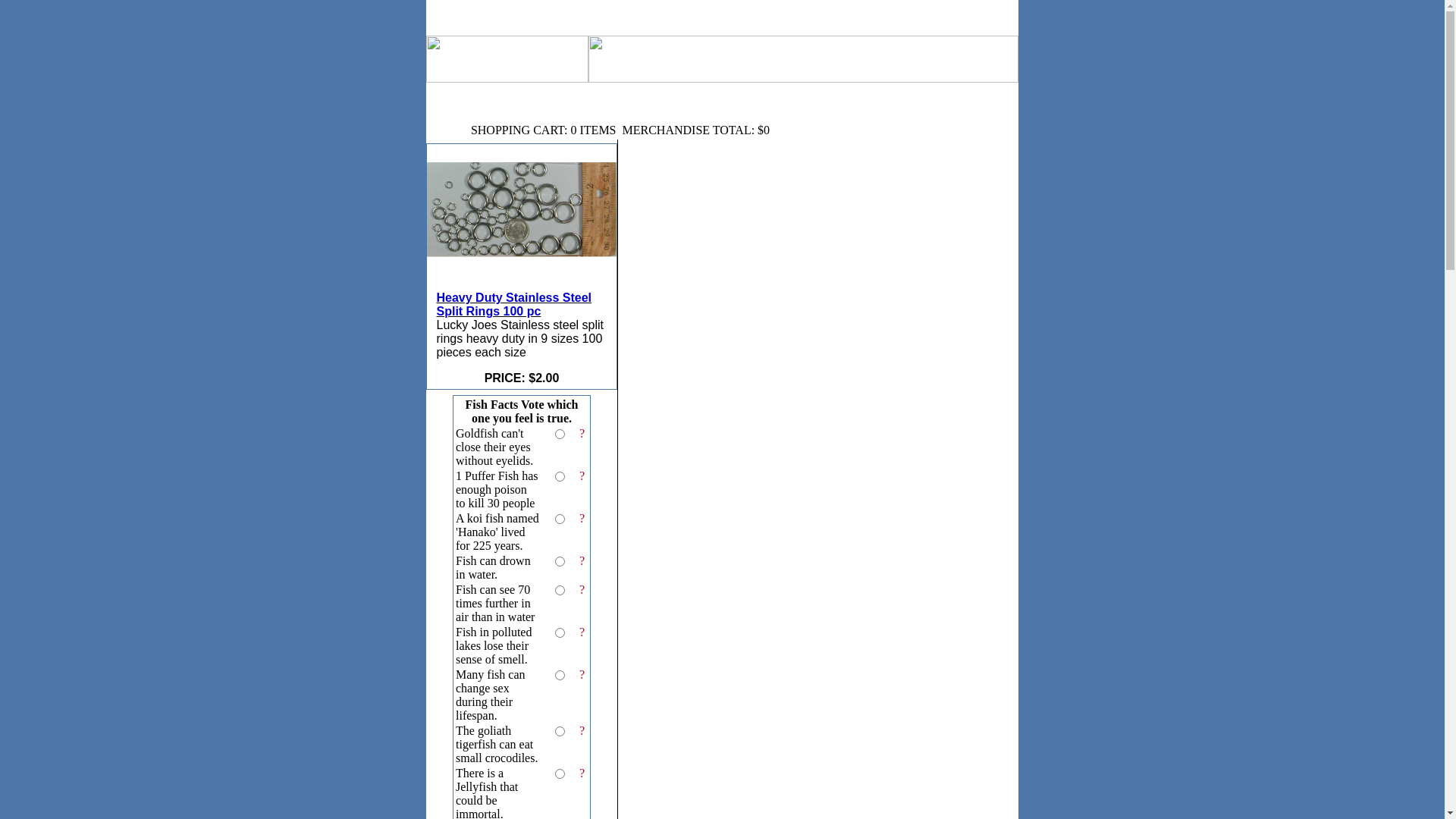 The width and height of the screenshot is (1456, 819). Describe the element at coordinates (521, 287) in the screenshot. I see `'Heavy Duty Stainless Steel Split Rings 100 pc'` at that location.